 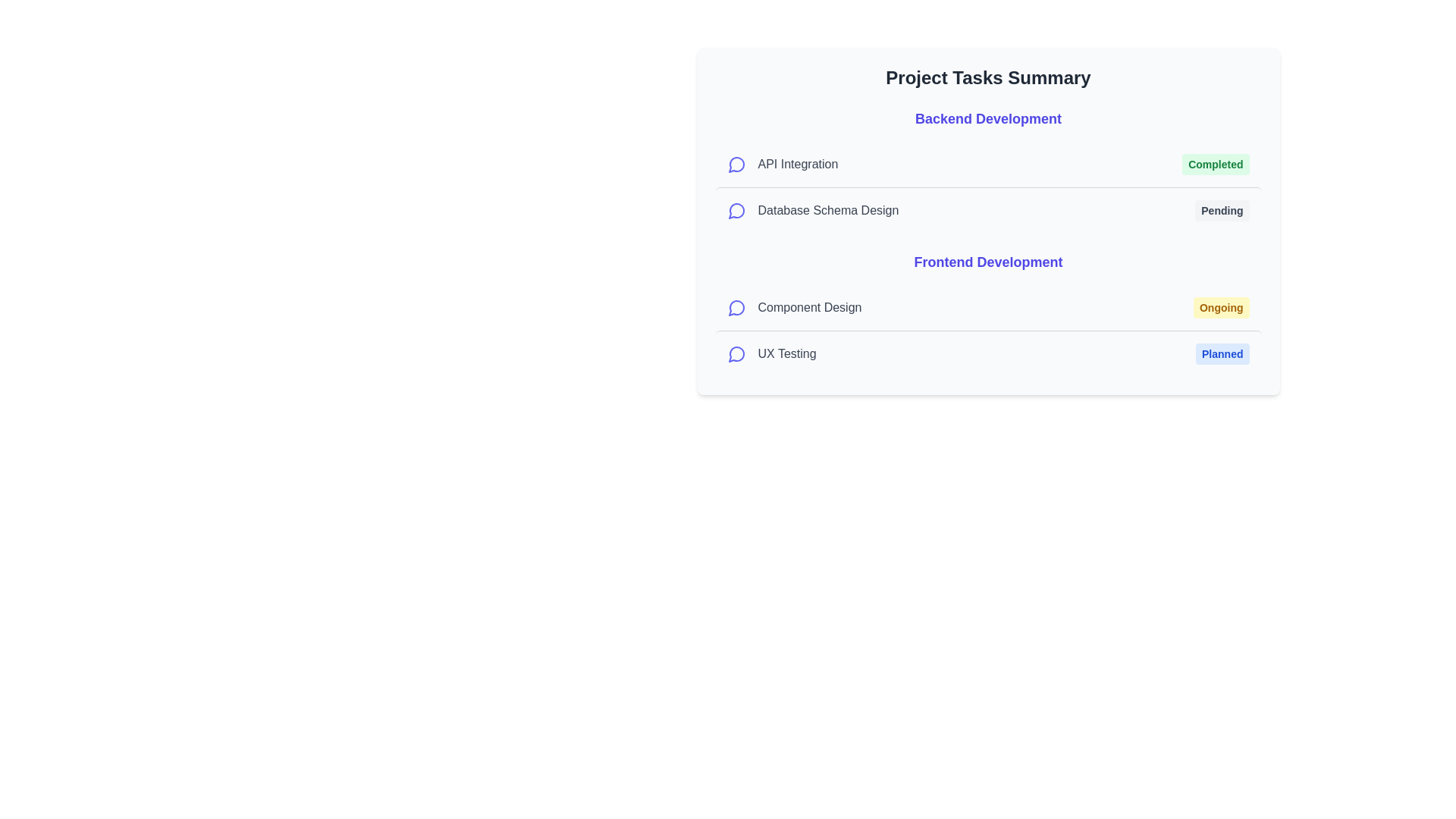 I want to click on the speech bubble icon associated with the 'API Integration' task in the 'Backend Development' section, so click(x=736, y=165).